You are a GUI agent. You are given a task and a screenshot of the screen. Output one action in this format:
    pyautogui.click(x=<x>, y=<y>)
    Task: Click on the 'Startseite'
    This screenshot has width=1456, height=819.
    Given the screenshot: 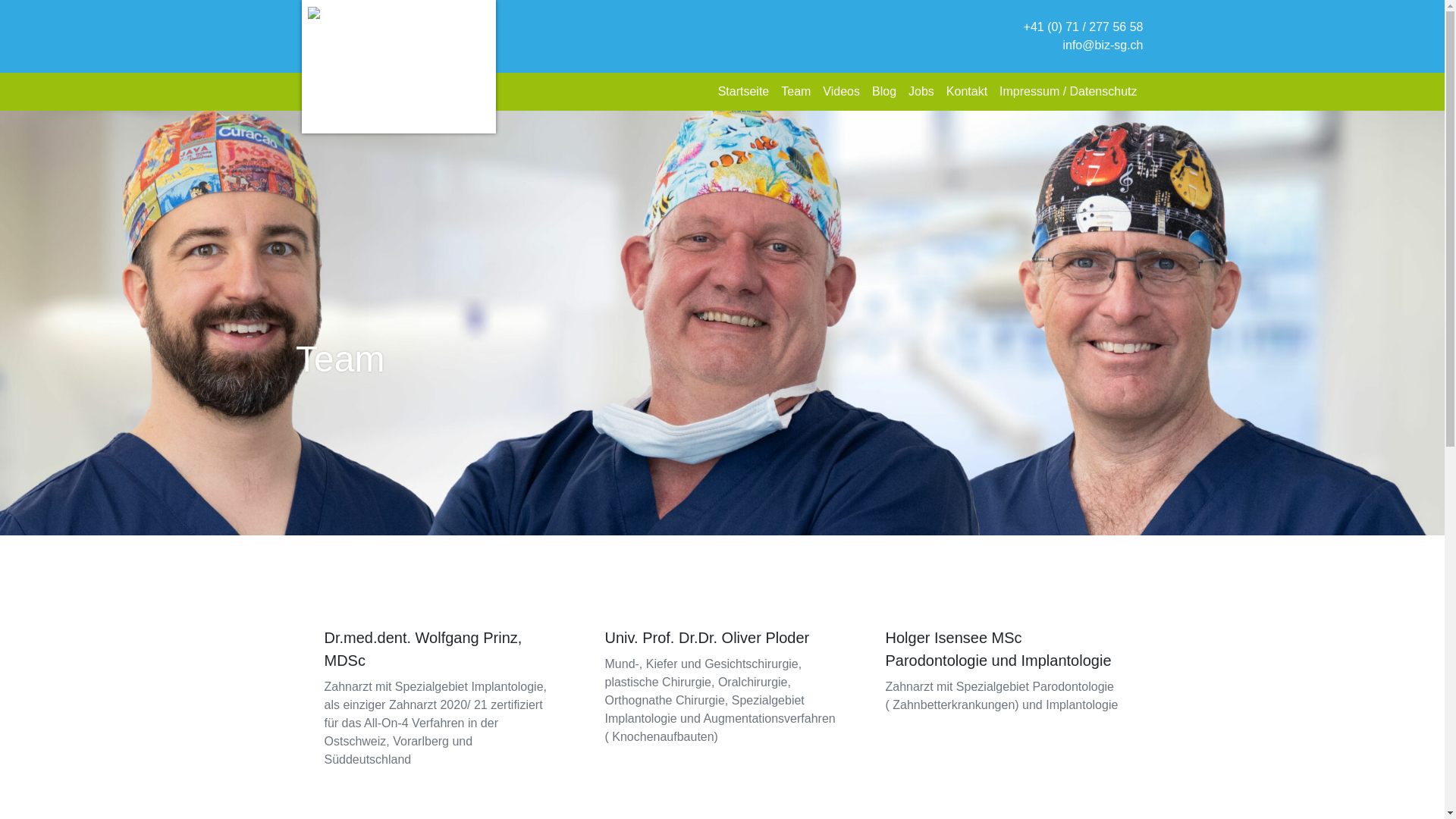 What is the action you would take?
    pyautogui.click(x=743, y=91)
    